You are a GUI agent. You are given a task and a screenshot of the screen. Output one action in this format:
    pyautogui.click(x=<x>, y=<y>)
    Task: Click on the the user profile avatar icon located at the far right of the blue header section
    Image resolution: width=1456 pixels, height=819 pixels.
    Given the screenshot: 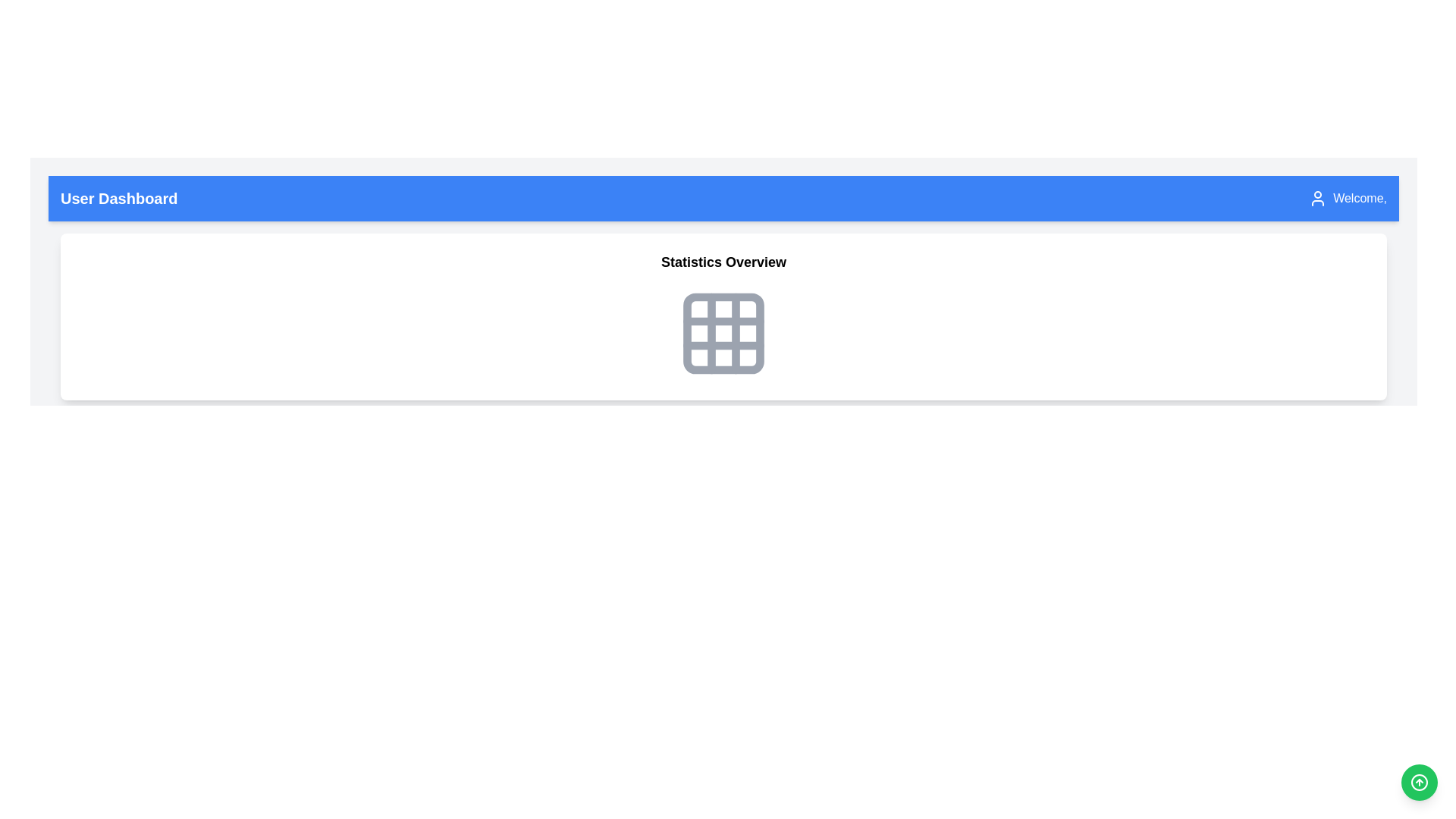 What is the action you would take?
    pyautogui.click(x=1317, y=198)
    